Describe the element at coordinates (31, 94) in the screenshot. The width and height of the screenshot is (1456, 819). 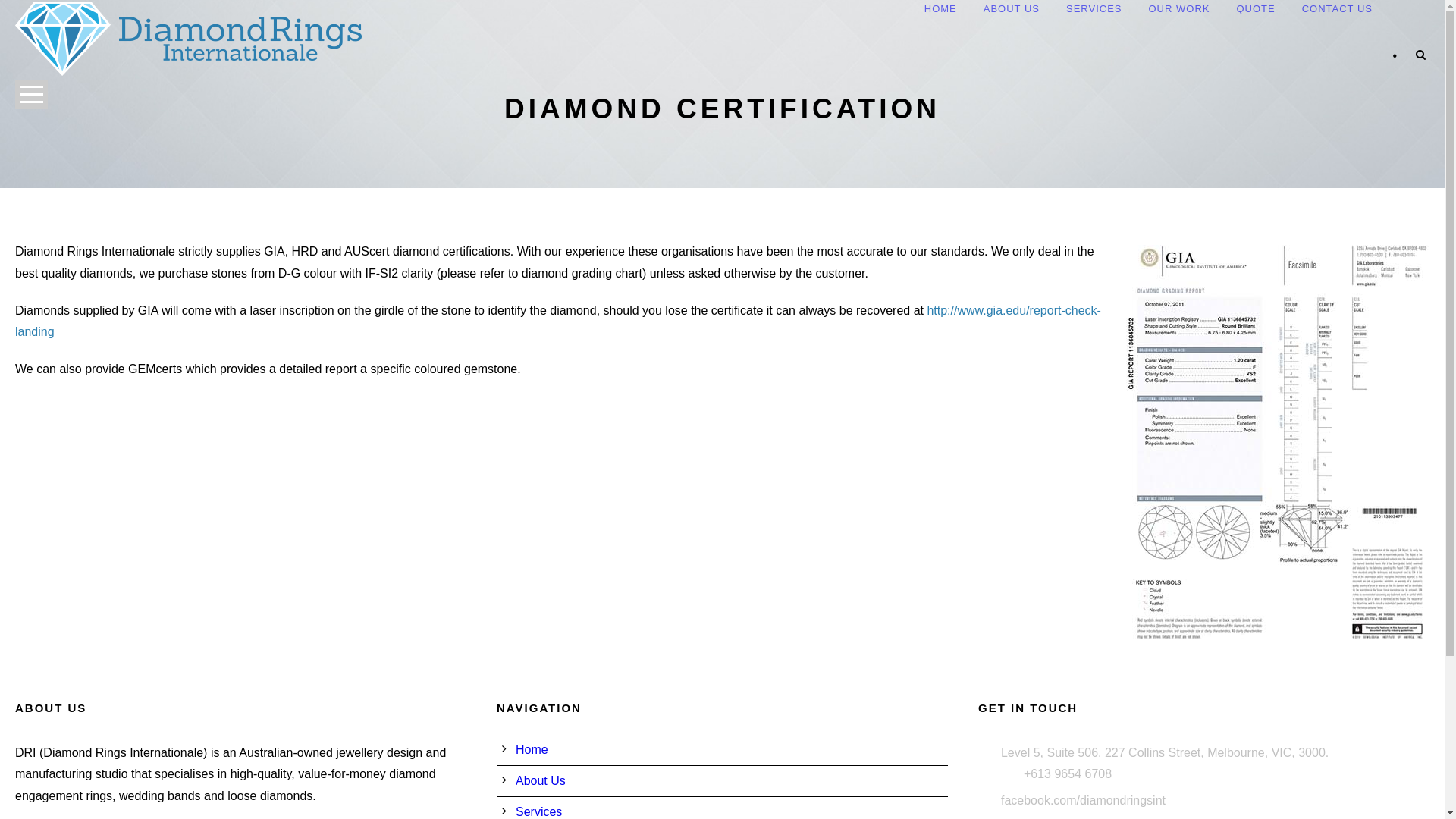
I see `'Open Menu'` at that location.